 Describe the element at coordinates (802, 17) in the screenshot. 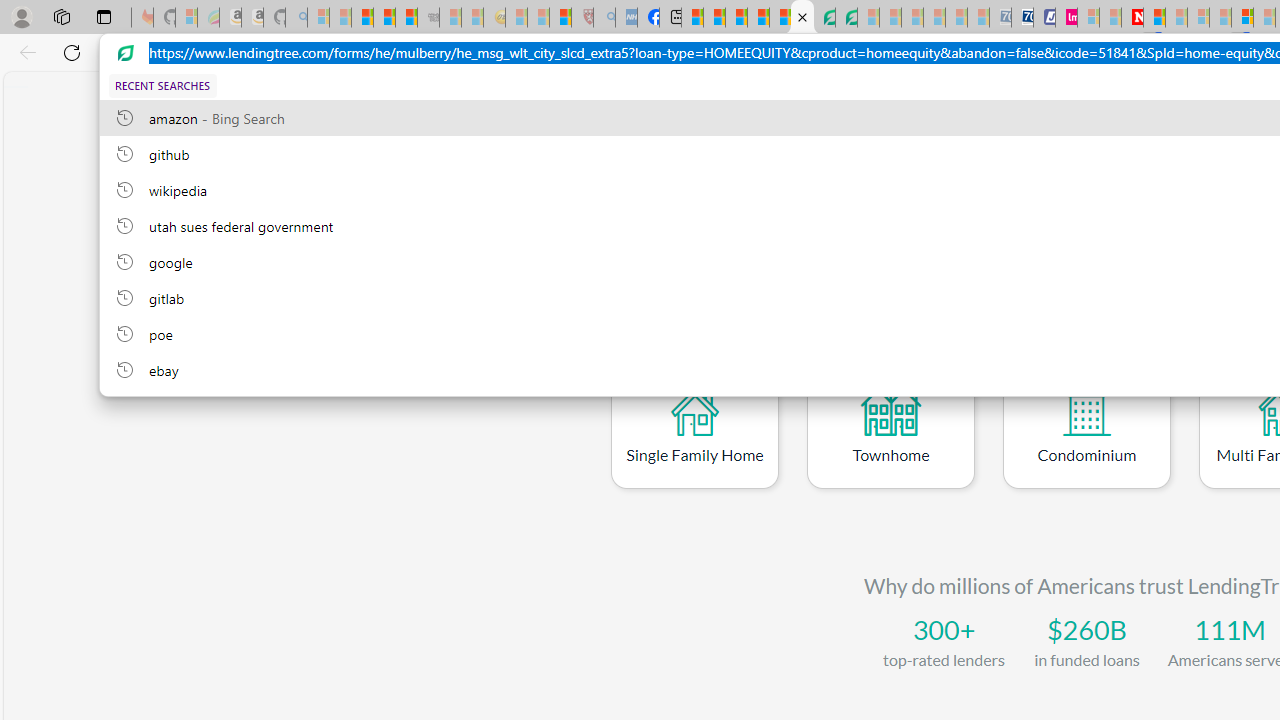

I see `'LendingTree - Compare Lenders'` at that location.